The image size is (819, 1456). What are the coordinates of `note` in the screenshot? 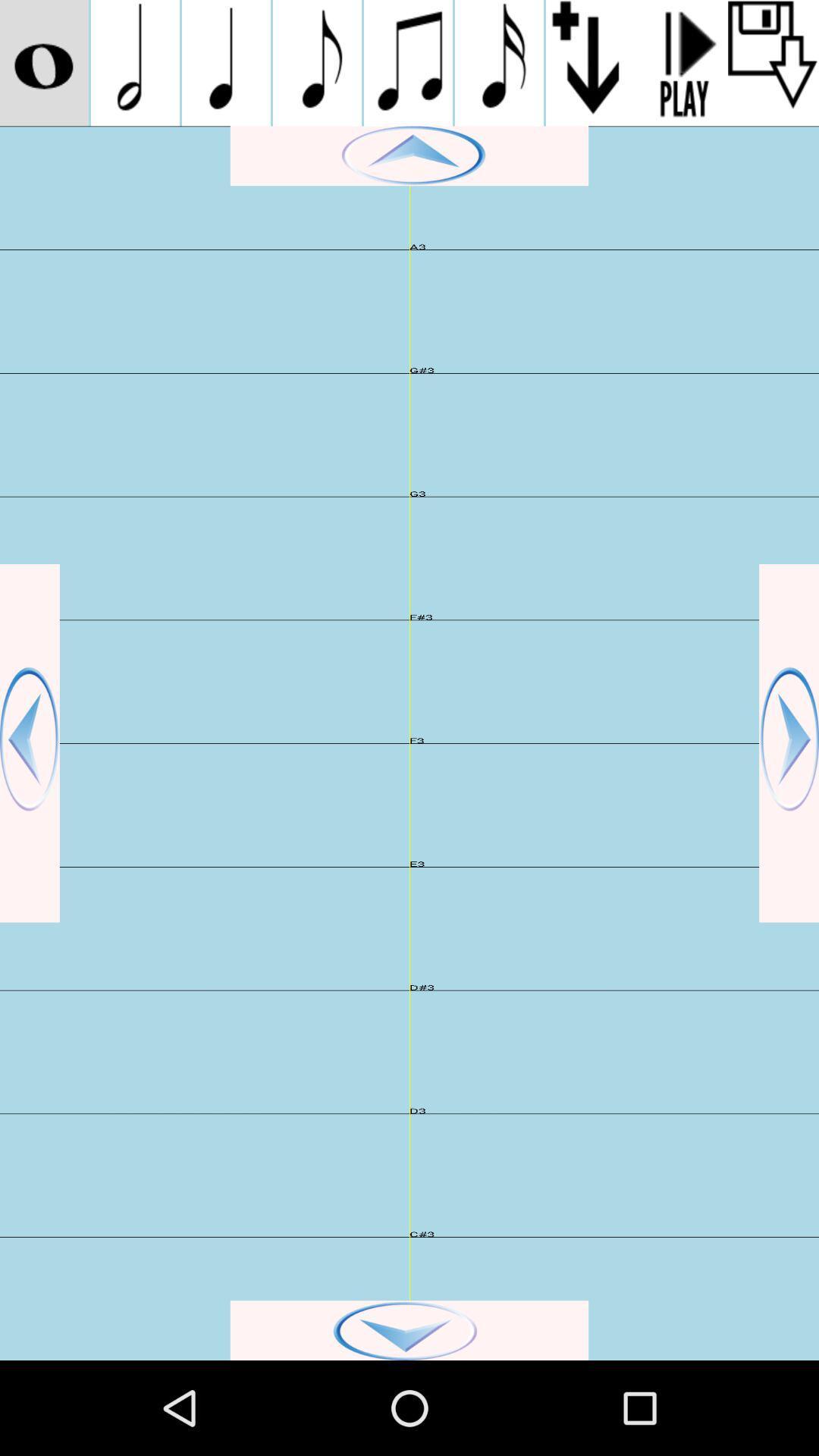 It's located at (134, 62).